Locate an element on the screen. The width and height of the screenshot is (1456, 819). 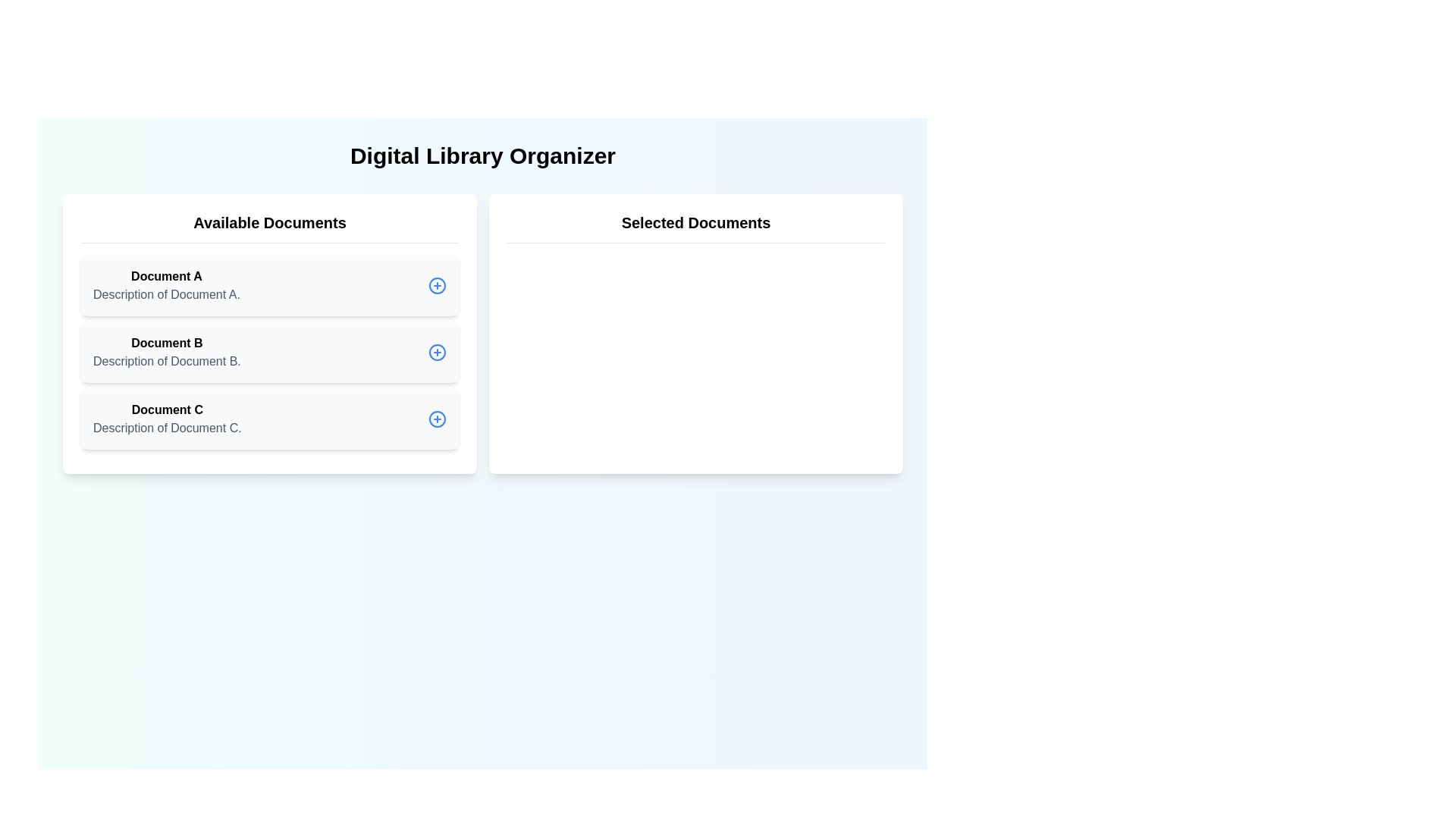
the List item titled 'Document B' which has a description 'Description of Document B.' and is located as the second entry under the 'Available Documents' section in the left panel is located at coordinates (167, 353).